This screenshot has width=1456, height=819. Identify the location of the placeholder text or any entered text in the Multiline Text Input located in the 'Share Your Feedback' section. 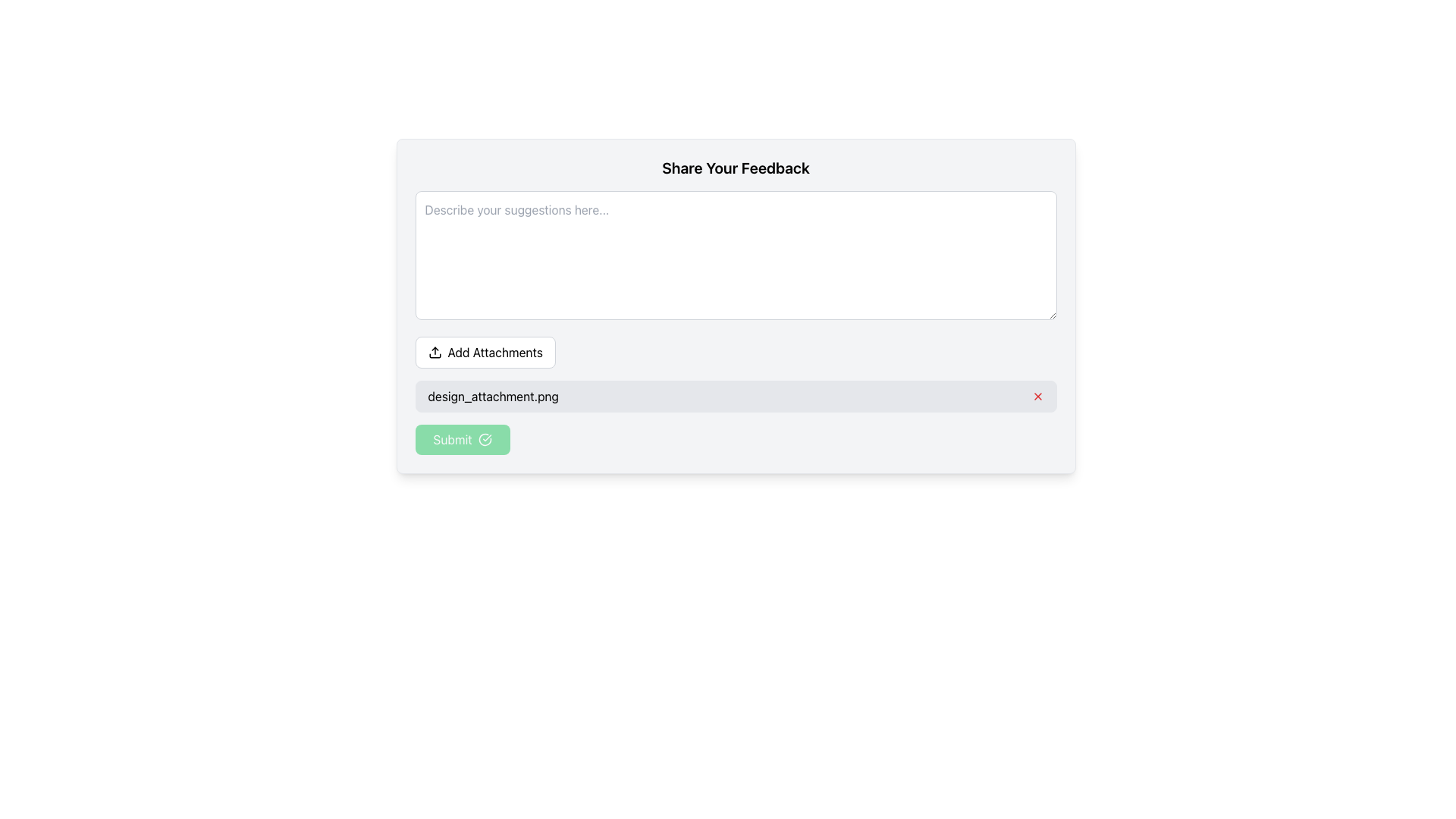
(736, 254).